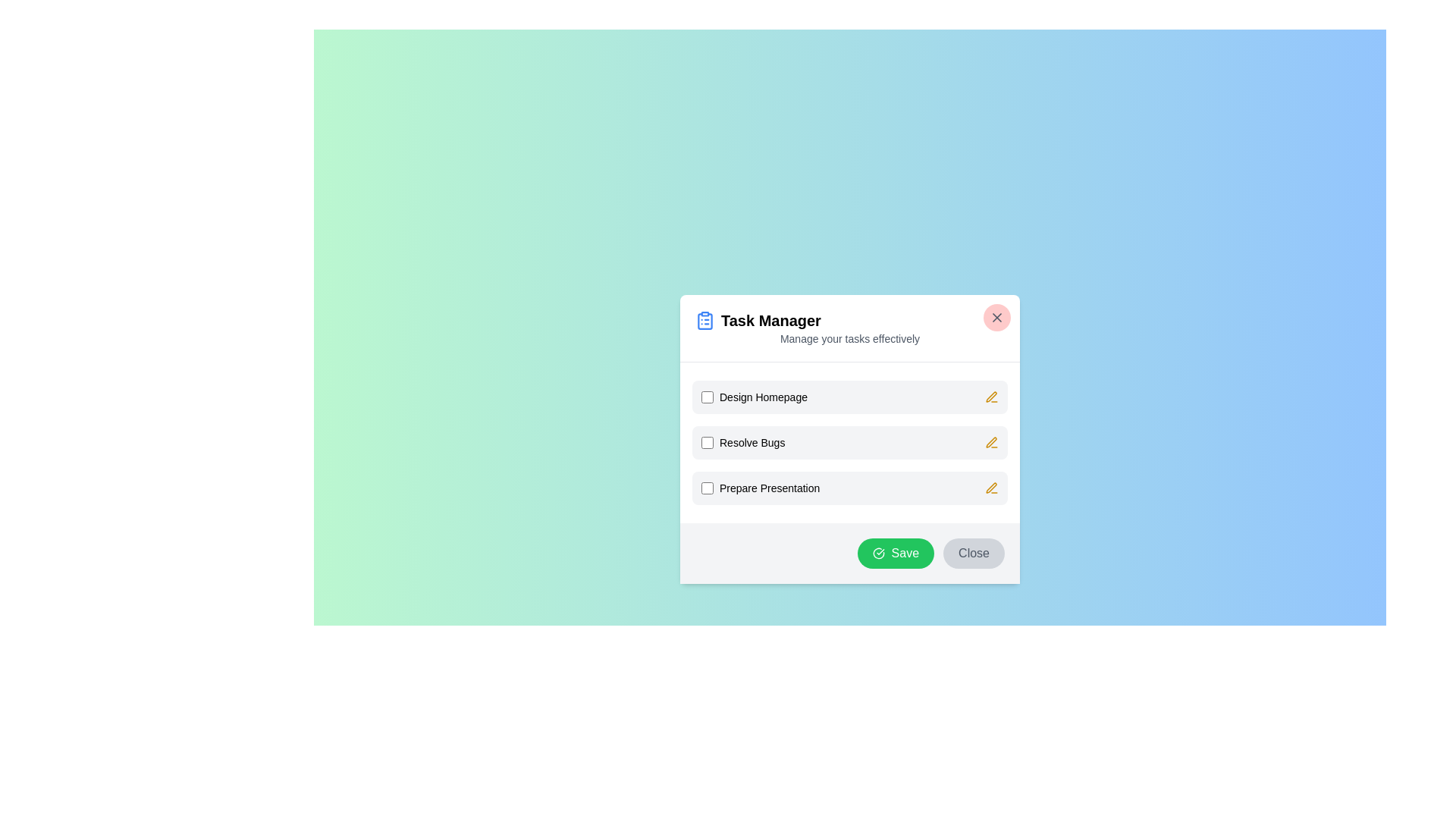 Image resolution: width=1456 pixels, height=819 pixels. Describe the element at coordinates (974, 553) in the screenshot. I see `the rounded rectangular button with gray background and 'Close' text to observe hover effects` at that location.